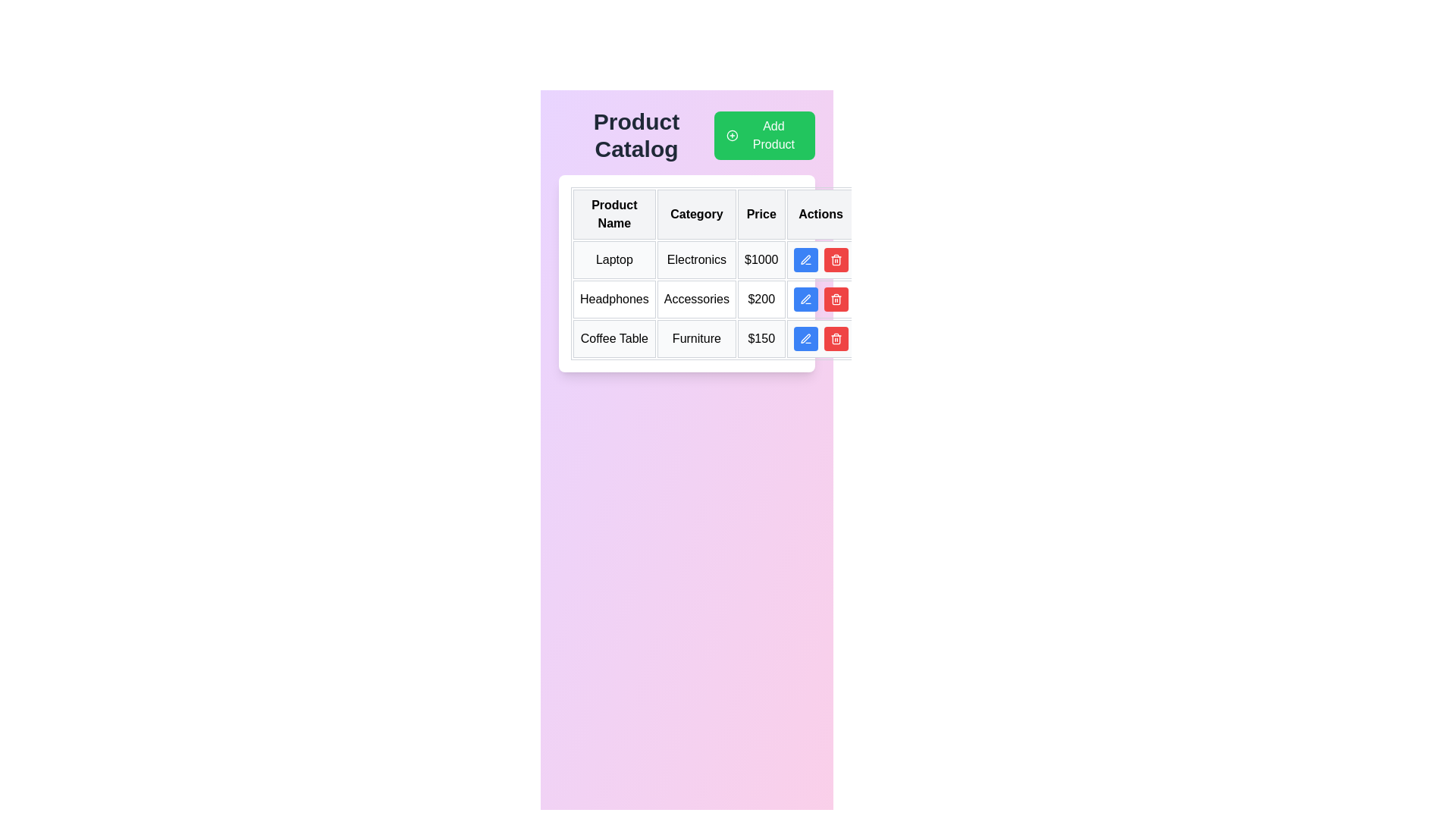 This screenshot has width=1456, height=819. Describe the element at coordinates (805, 299) in the screenshot. I see `the edit icon within the blue button in the Actions column for the 'Headphones' item` at that location.